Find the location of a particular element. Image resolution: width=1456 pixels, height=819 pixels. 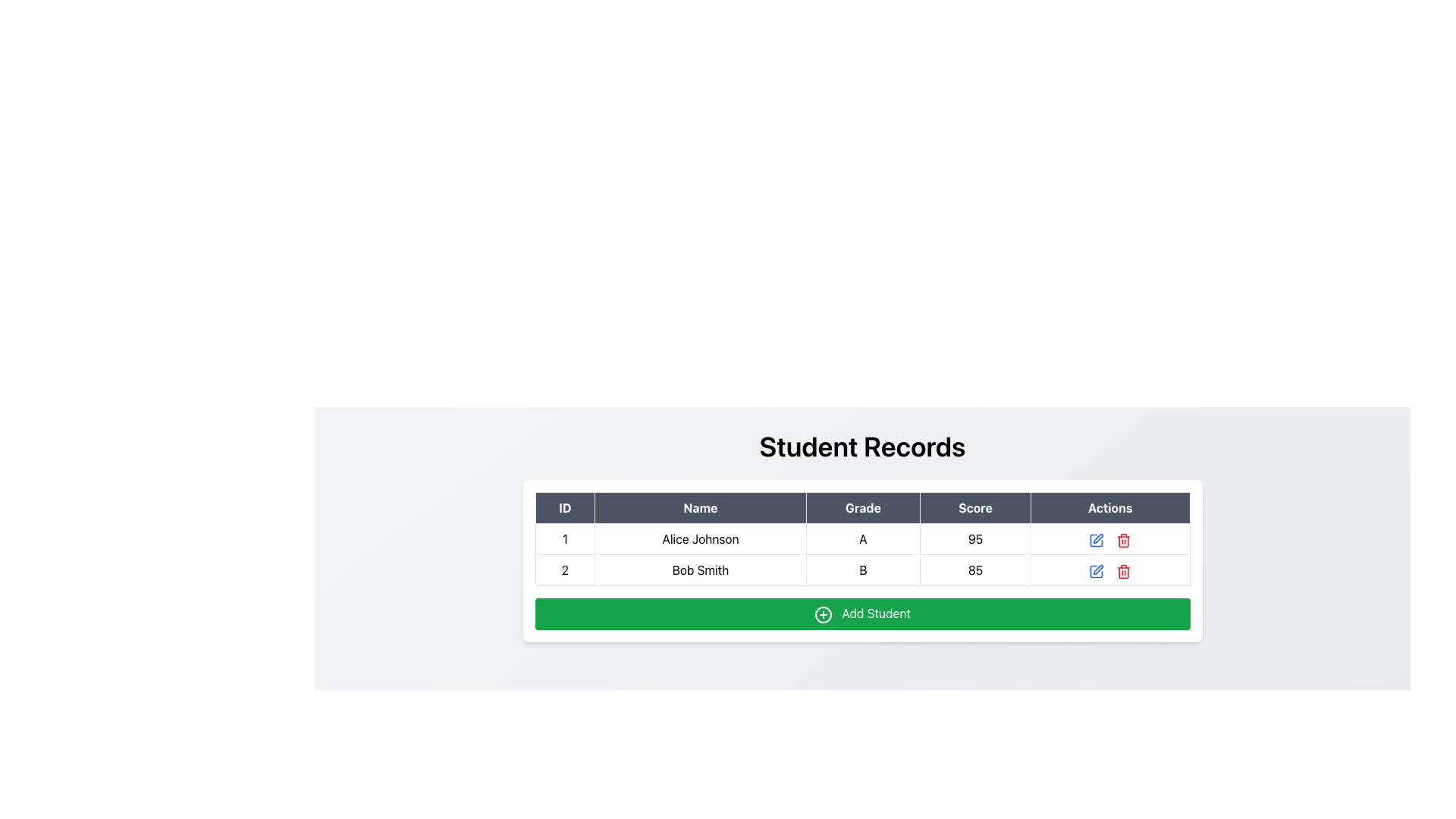

the editing icon in the Actions column of the second row is located at coordinates (1097, 539).